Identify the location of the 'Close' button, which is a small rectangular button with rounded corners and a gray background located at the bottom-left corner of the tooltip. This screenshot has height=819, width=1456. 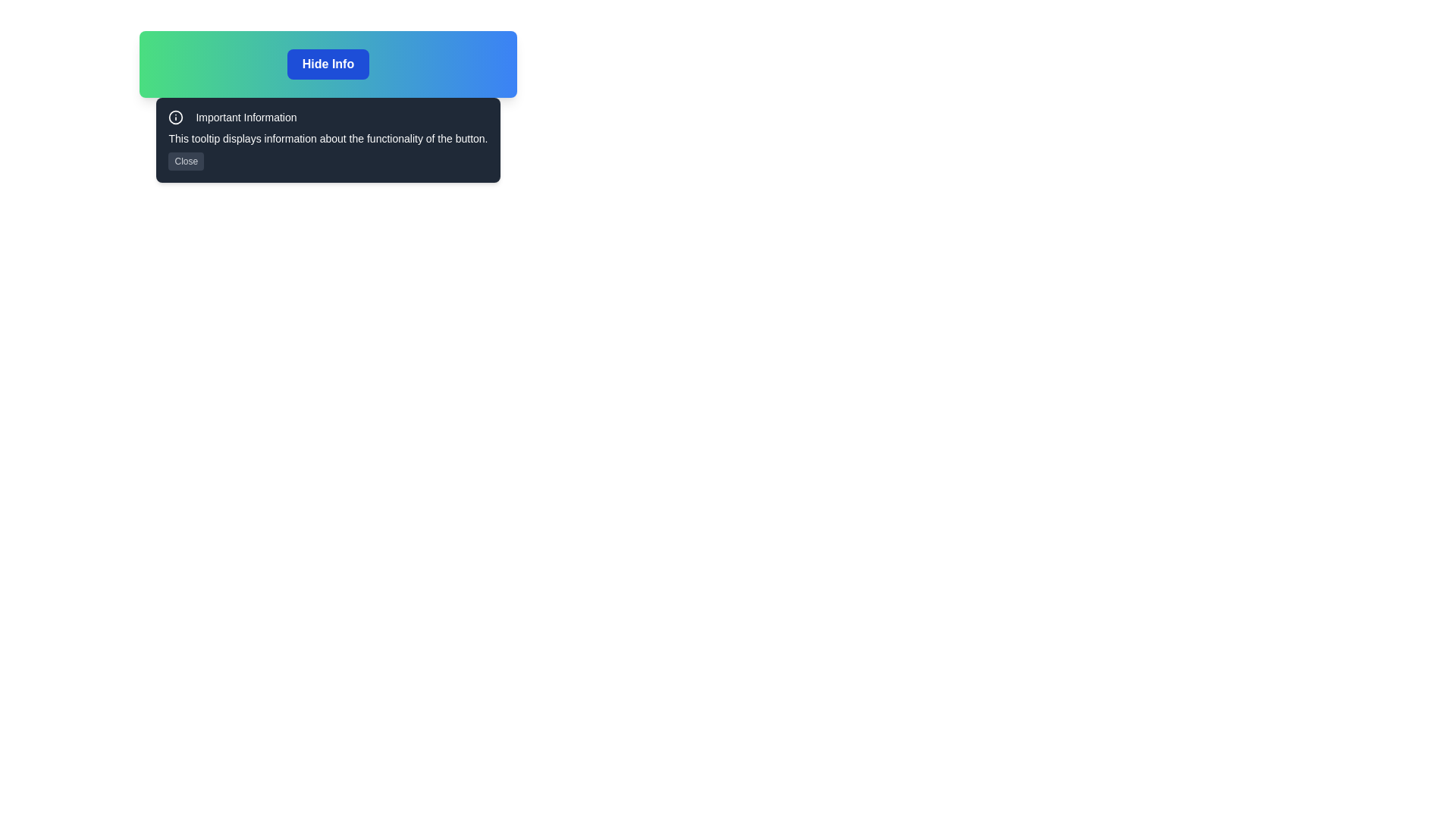
(185, 161).